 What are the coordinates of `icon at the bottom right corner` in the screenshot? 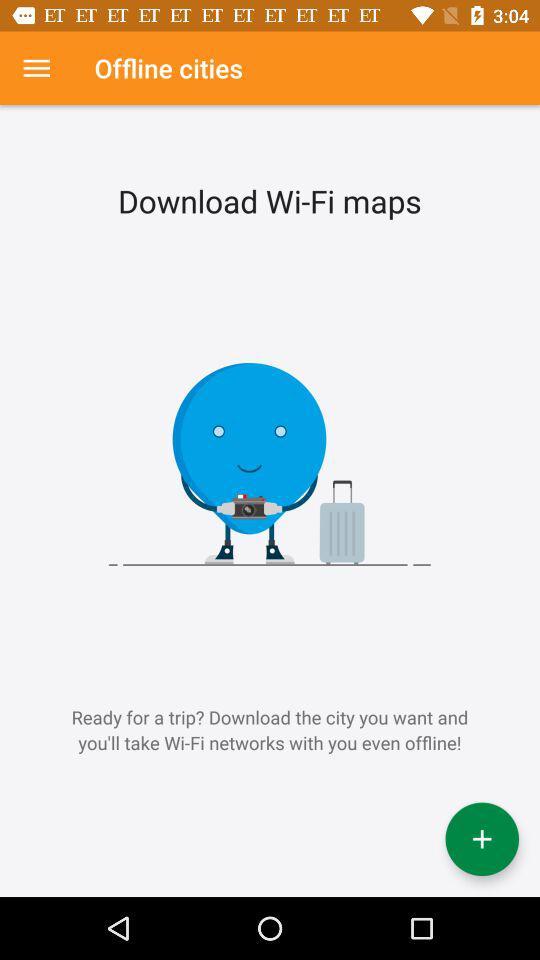 It's located at (481, 839).